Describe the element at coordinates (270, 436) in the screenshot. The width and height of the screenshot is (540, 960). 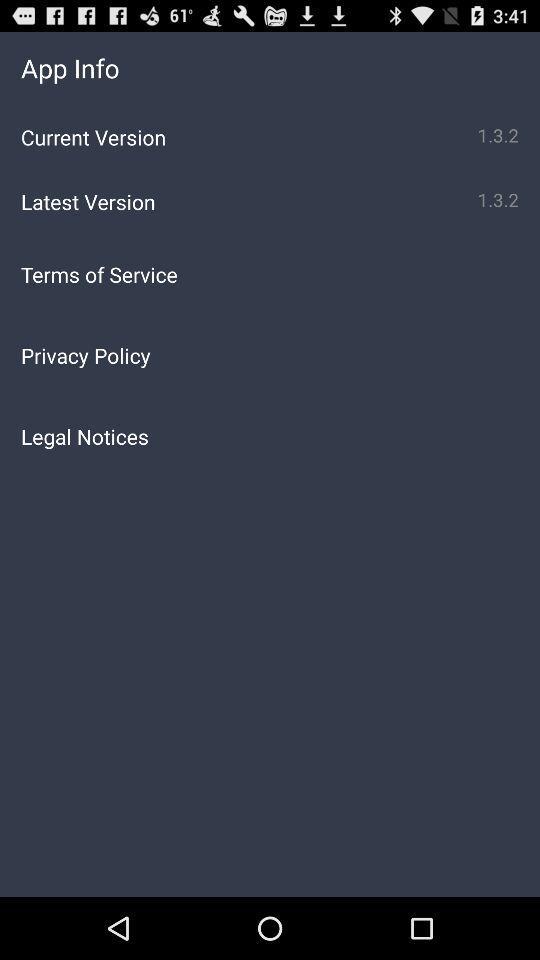
I see `legal notices app` at that location.